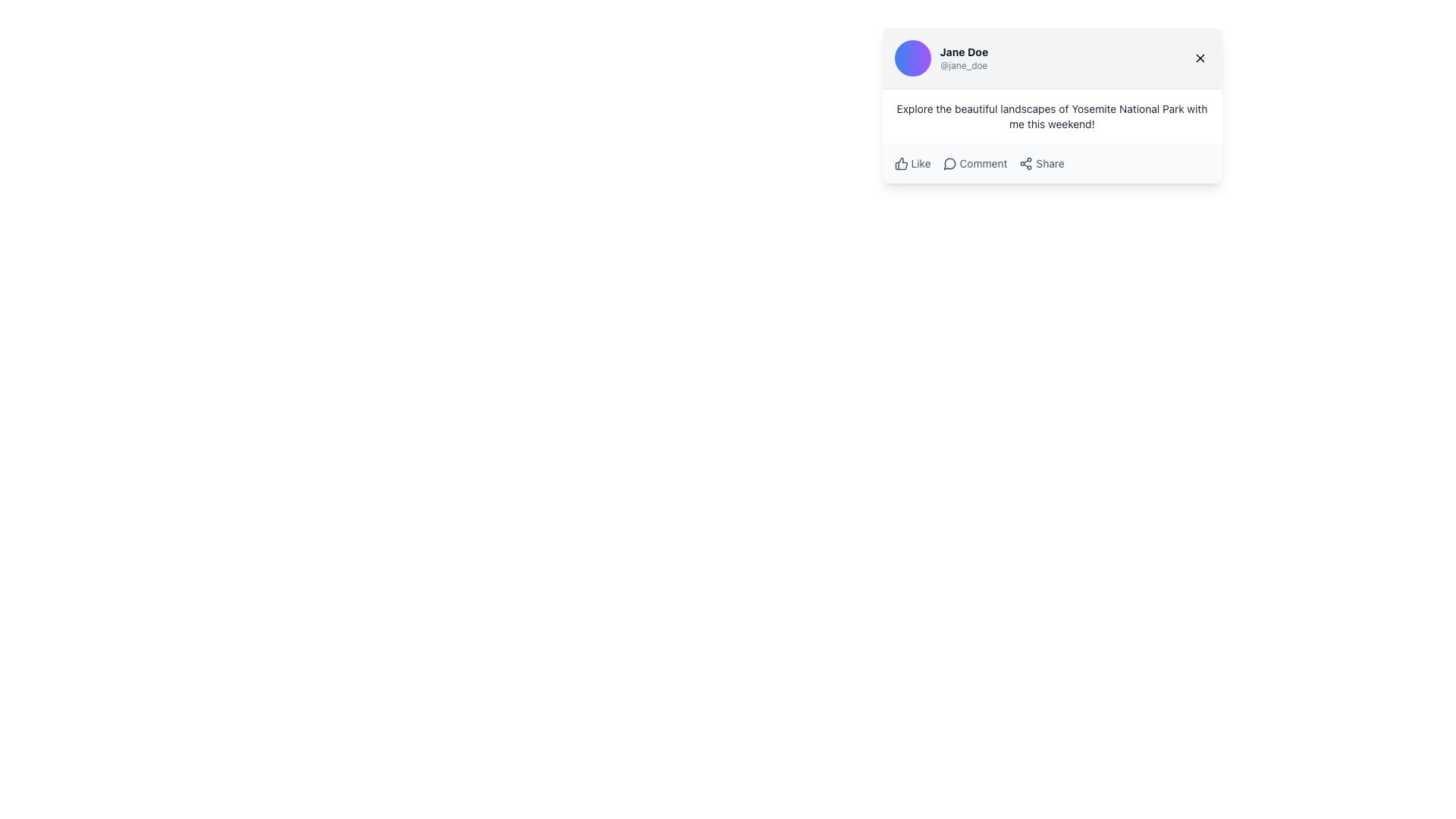 This screenshot has width=1456, height=819. Describe the element at coordinates (920, 164) in the screenshot. I see `the 'Like' text label which is styled in gray color, small font, located to the right of the thumbs-up icon in a horizontal line` at that location.